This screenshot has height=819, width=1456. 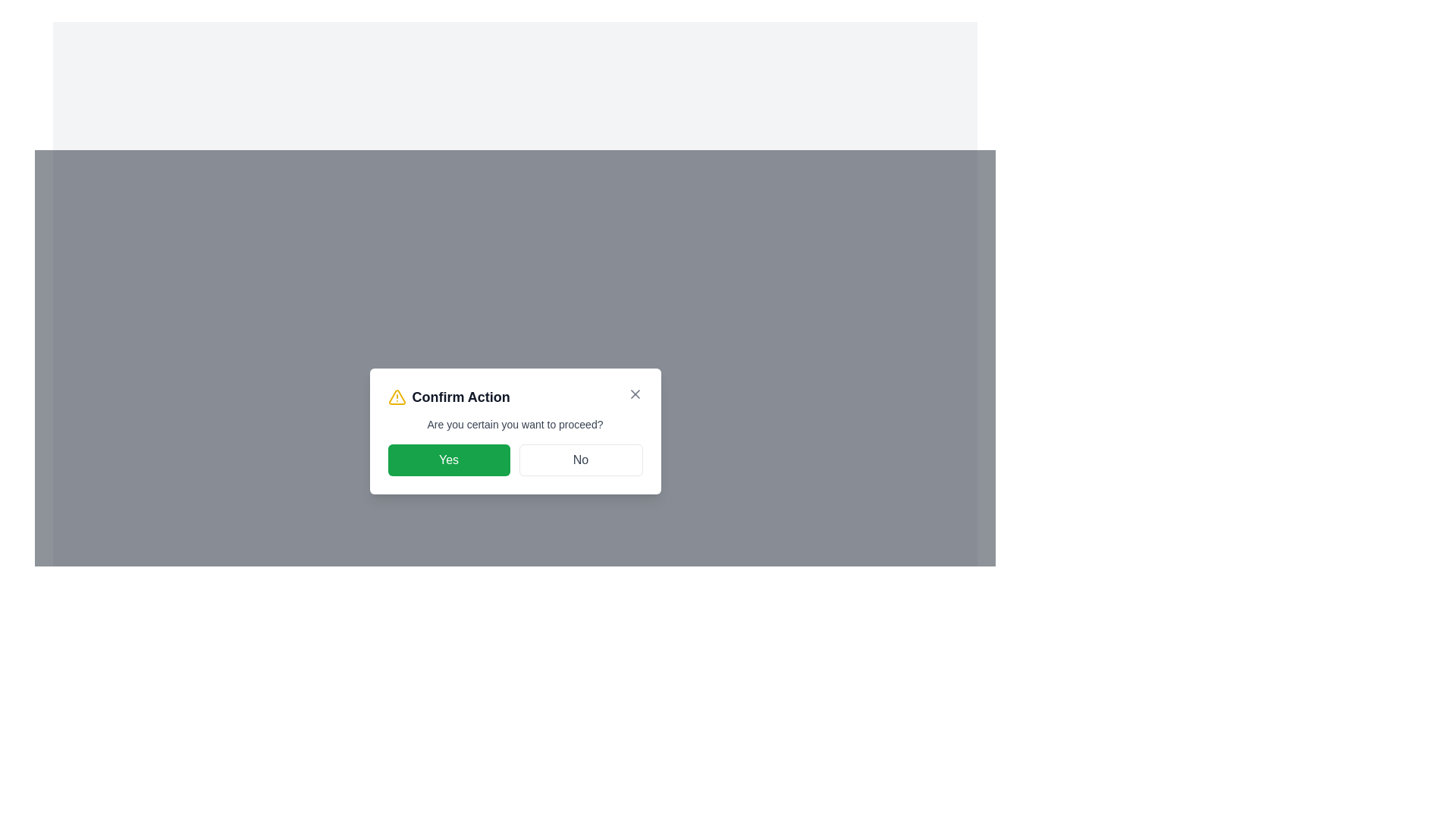 I want to click on the small cross-shaped icon button in the upper right corner of the 'Confirm Action' modal, so click(x=635, y=394).